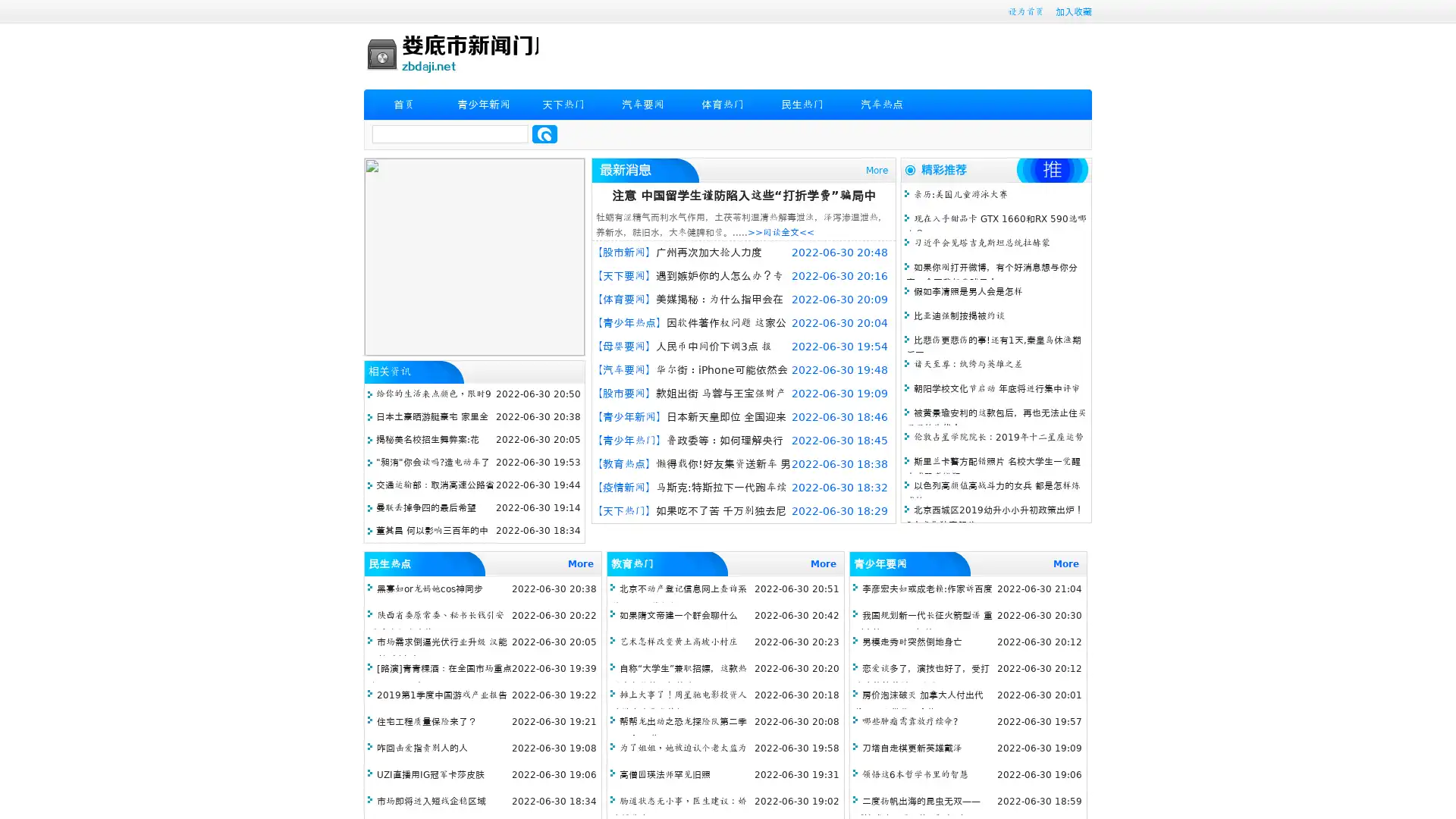  Describe the element at coordinates (544, 133) in the screenshot. I see `Search` at that location.